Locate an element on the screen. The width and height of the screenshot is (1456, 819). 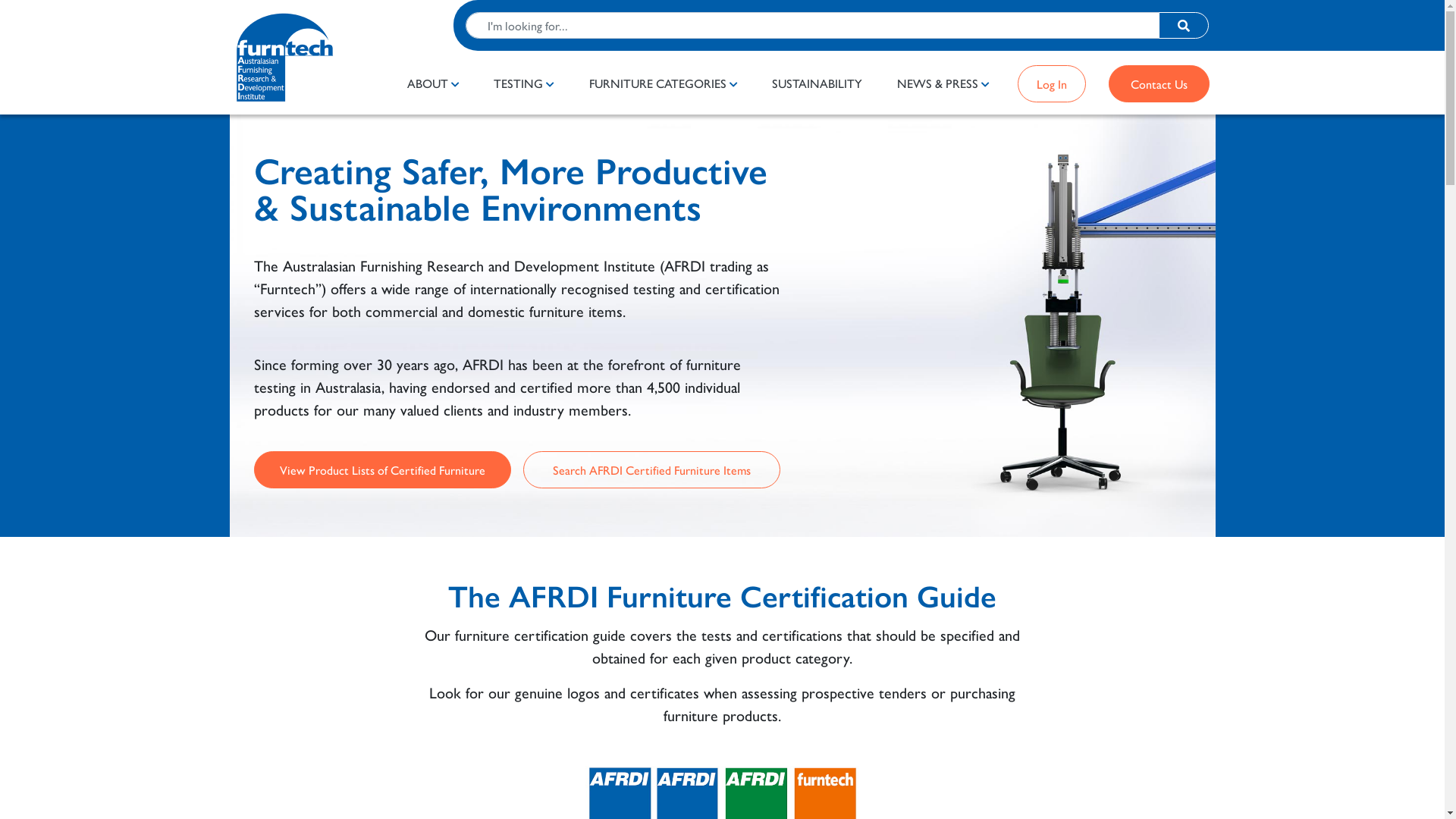
'Search AFRDI Certified Furniture Items' is located at coordinates (651, 469).